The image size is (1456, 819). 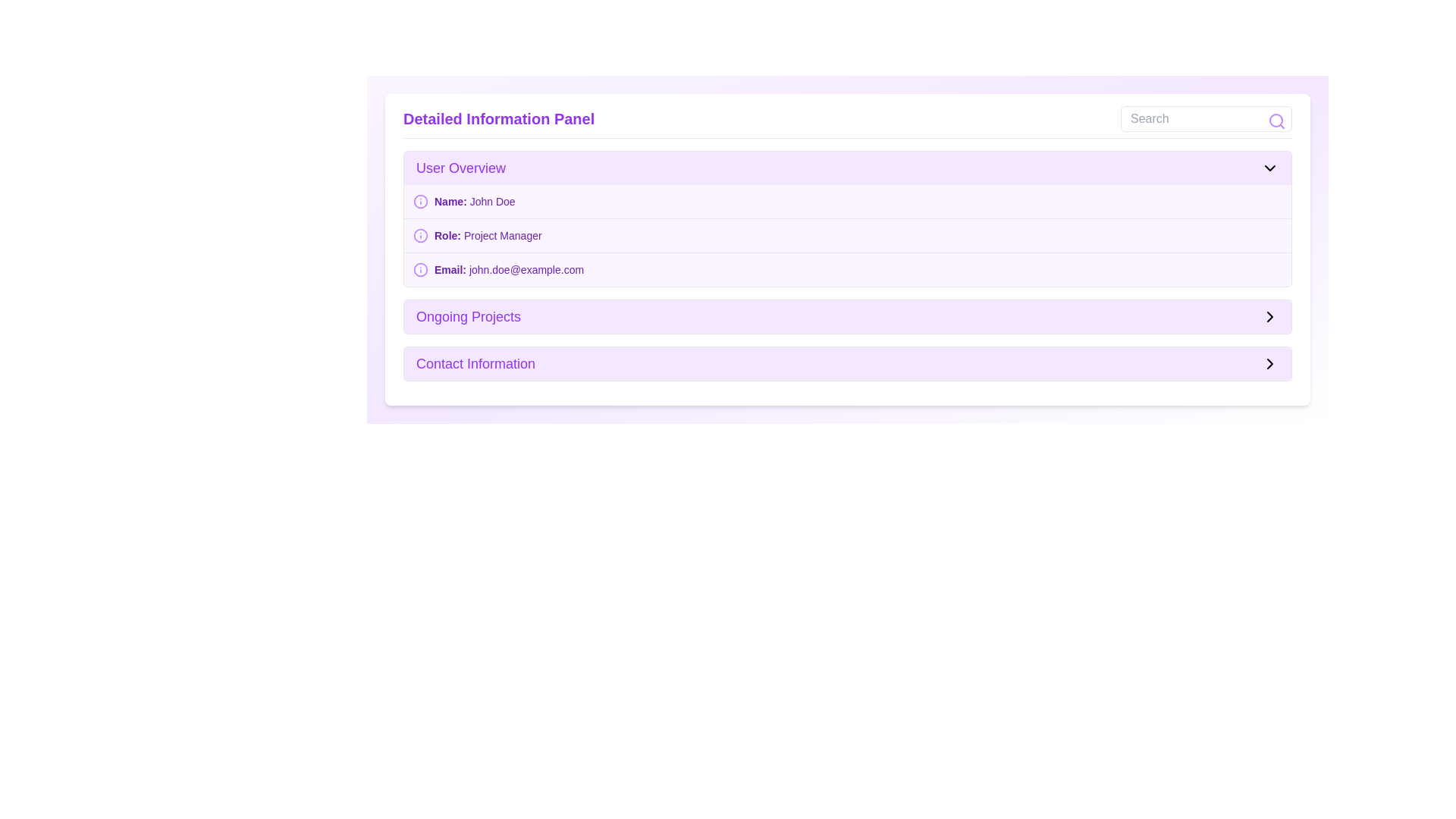 What do you see at coordinates (1276, 120) in the screenshot?
I see `the Search Button Icon, which is represented by a purple magnifying glass symbol with a thin circular outline, located at the top-right corner of the search input field` at bounding box center [1276, 120].